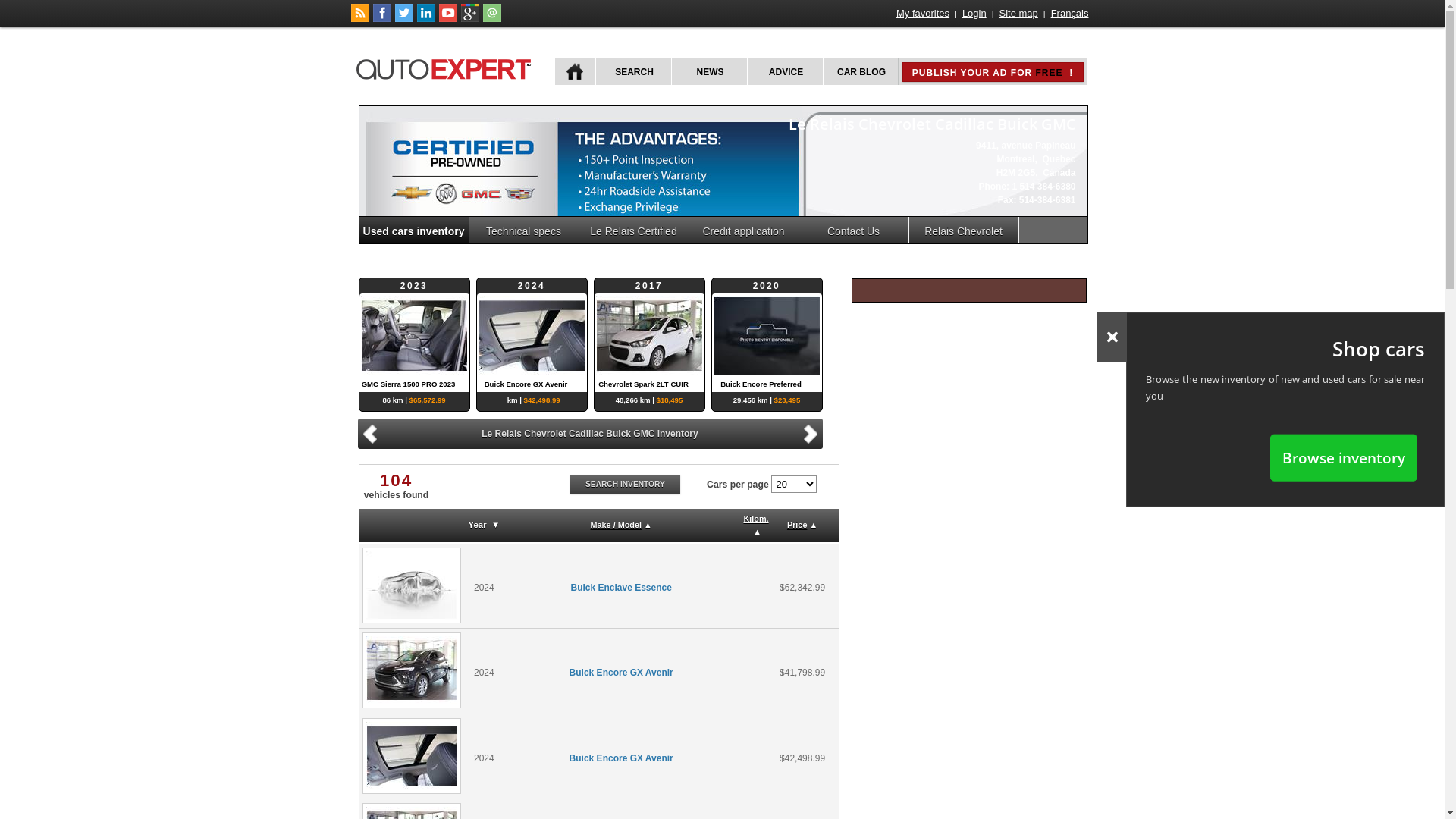 This screenshot has width=1456, height=819. Describe the element at coordinates (796, 524) in the screenshot. I see `'Price'` at that location.